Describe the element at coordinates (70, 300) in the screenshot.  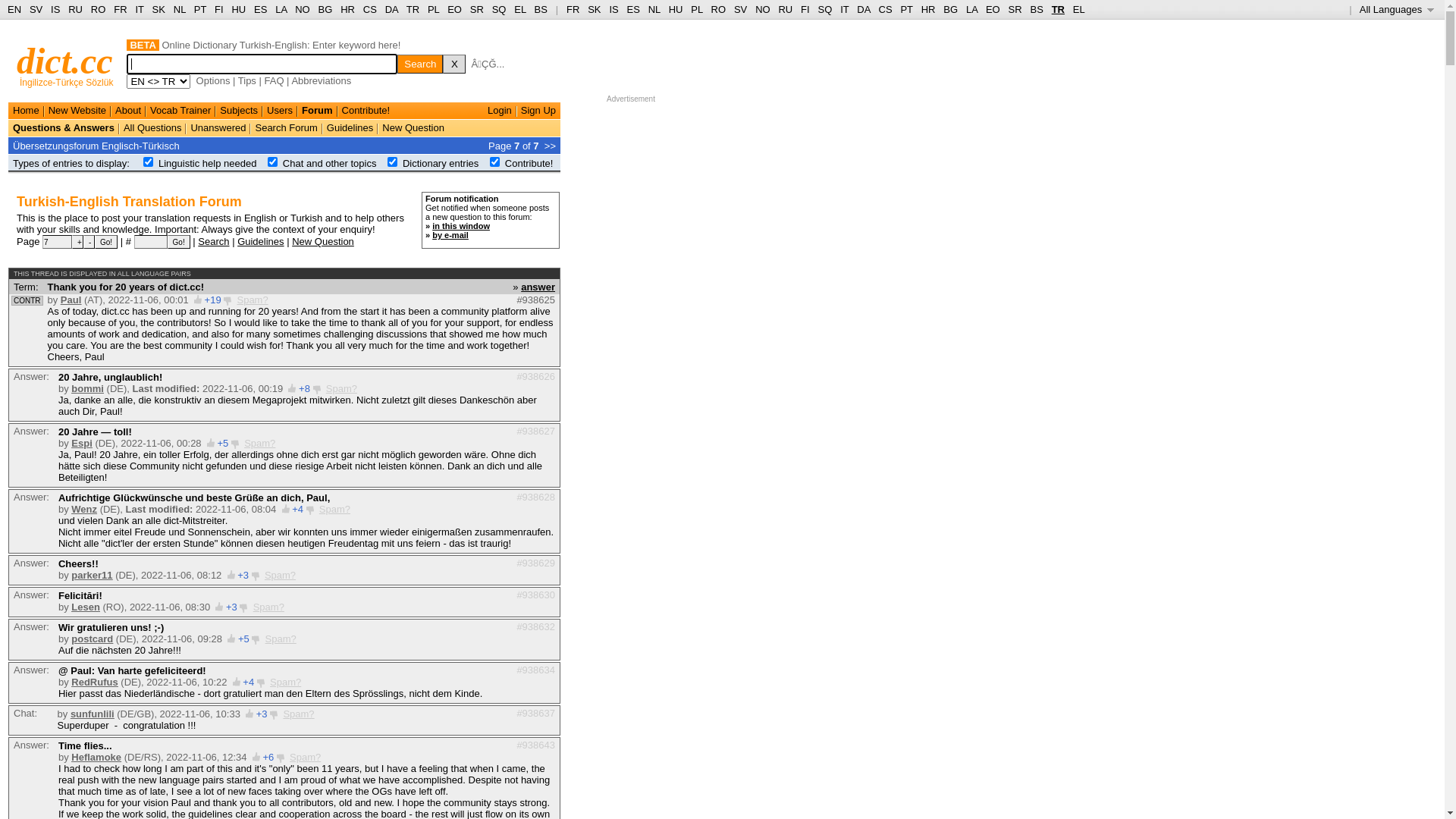
I see `'Paul'` at that location.